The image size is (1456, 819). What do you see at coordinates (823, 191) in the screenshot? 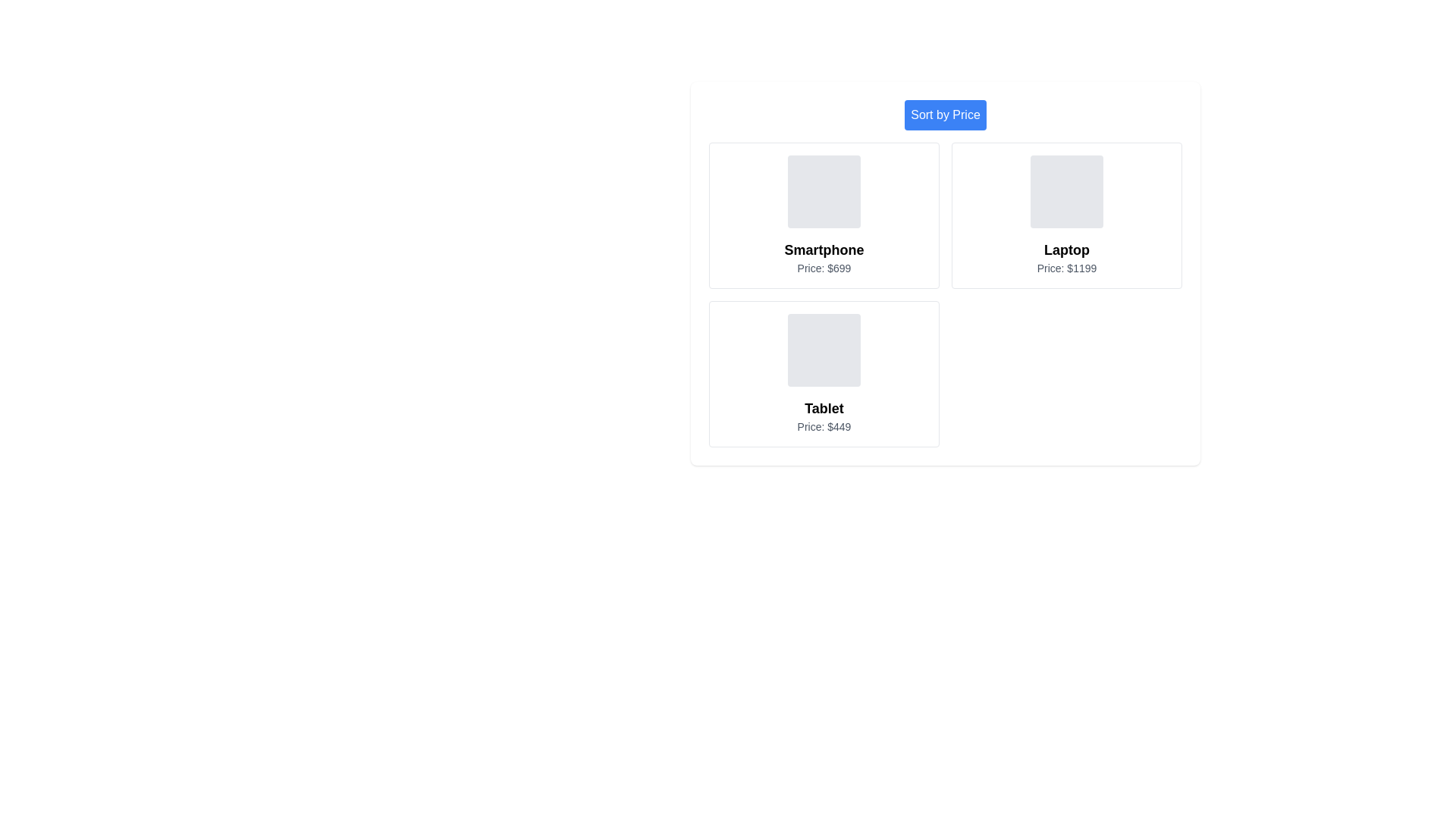
I see `the placeholder image for Smartphone` at bounding box center [823, 191].